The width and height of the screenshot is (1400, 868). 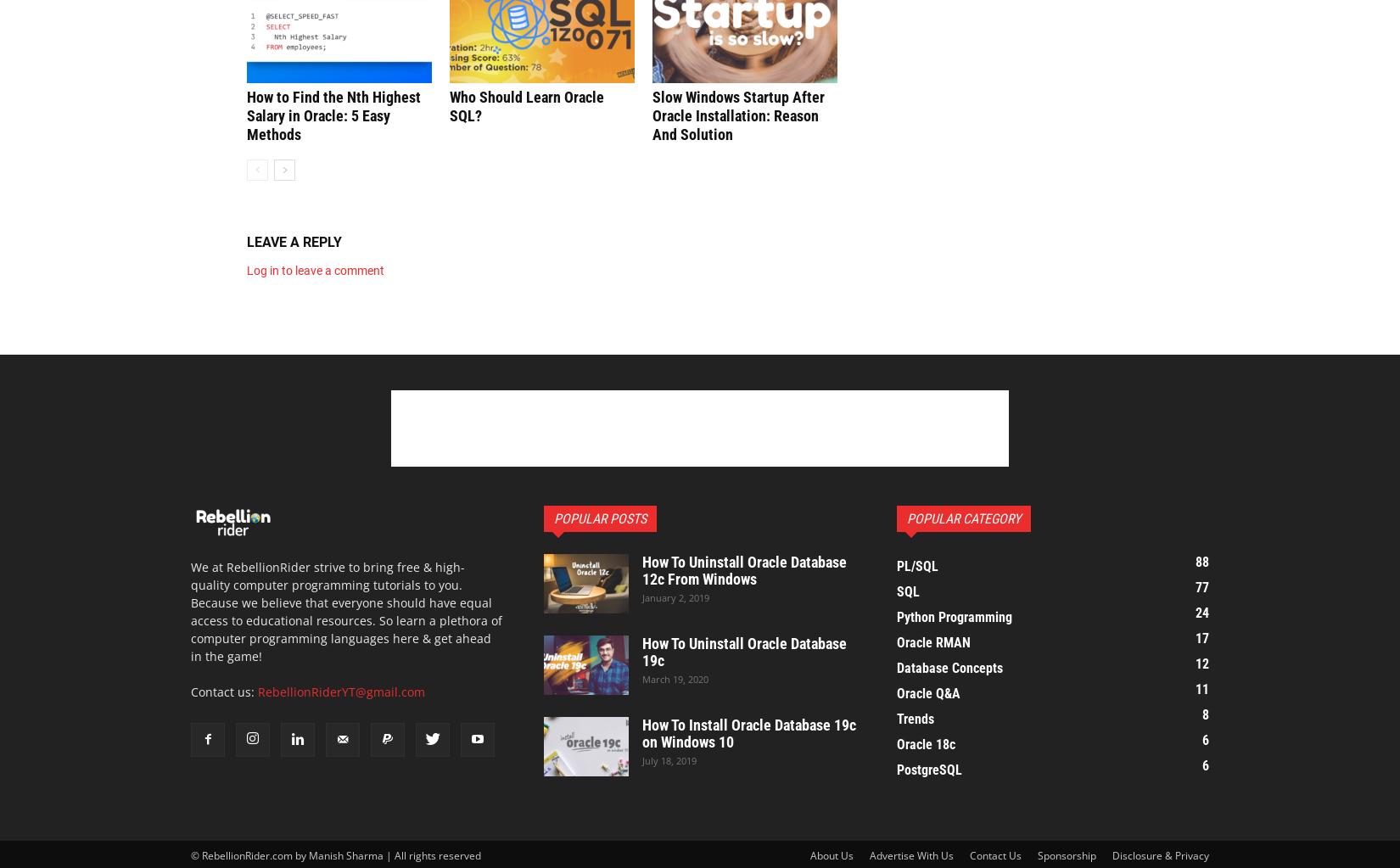 What do you see at coordinates (744, 568) in the screenshot?
I see `'How To Uninstall Oracle Database 12c From Windows'` at bounding box center [744, 568].